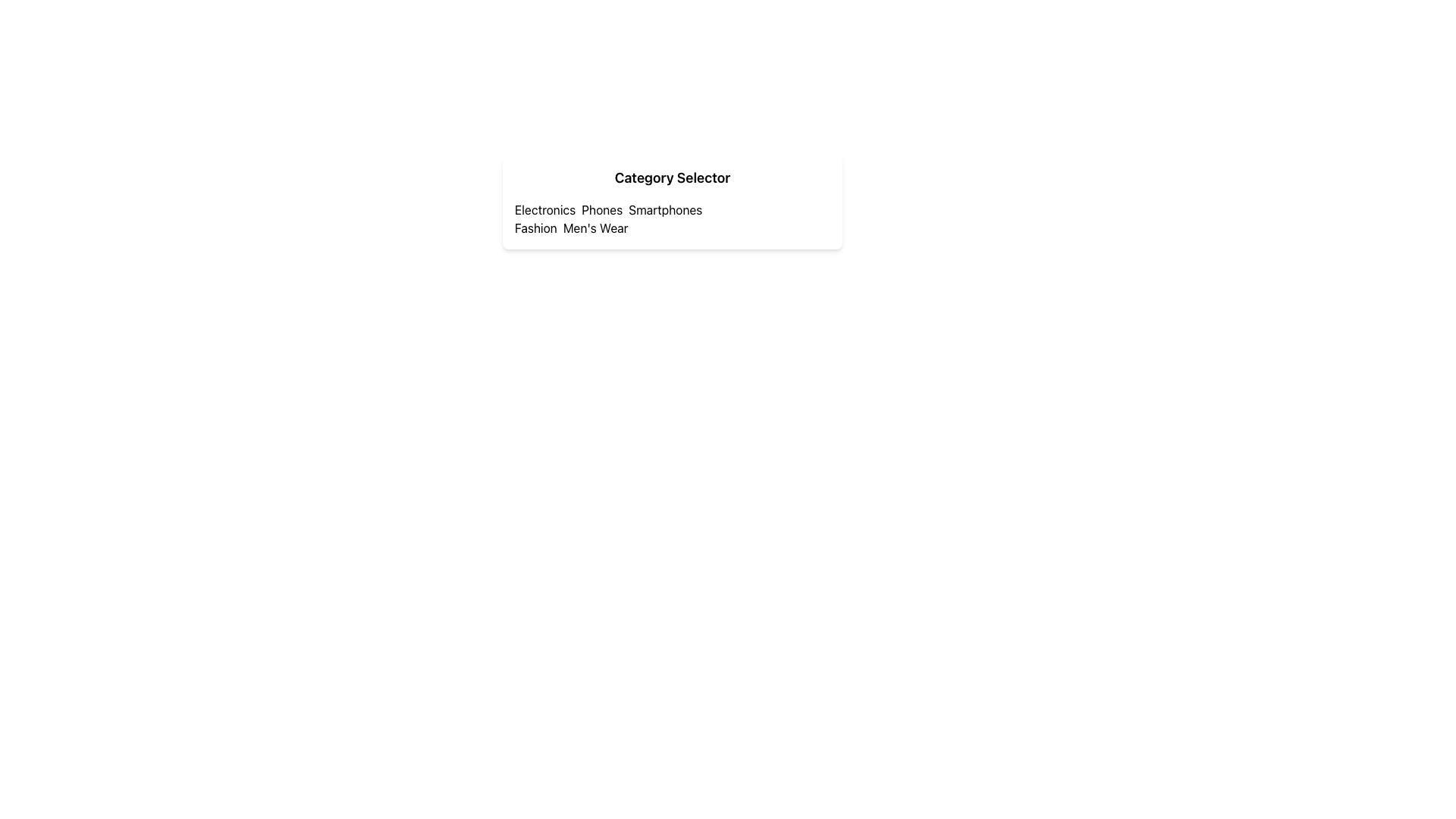 This screenshot has height=819, width=1456. I want to click on the displayed text on the Text Label that represents a category or subcategory following the 'Electronics' section and preceding the 'Fashion' category in the interface, so click(642, 210).